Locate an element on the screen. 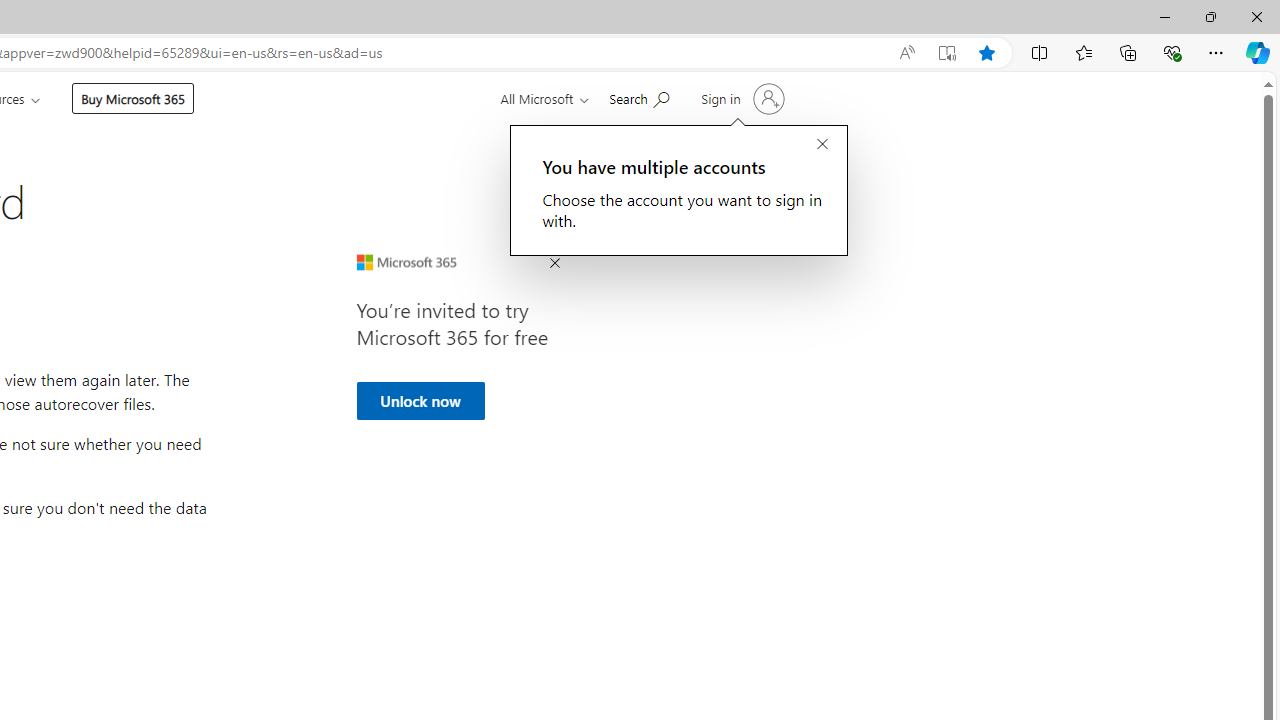 This screenshot has height=720, width=1280. 'Search for help' is located at coordinates (638, 97).